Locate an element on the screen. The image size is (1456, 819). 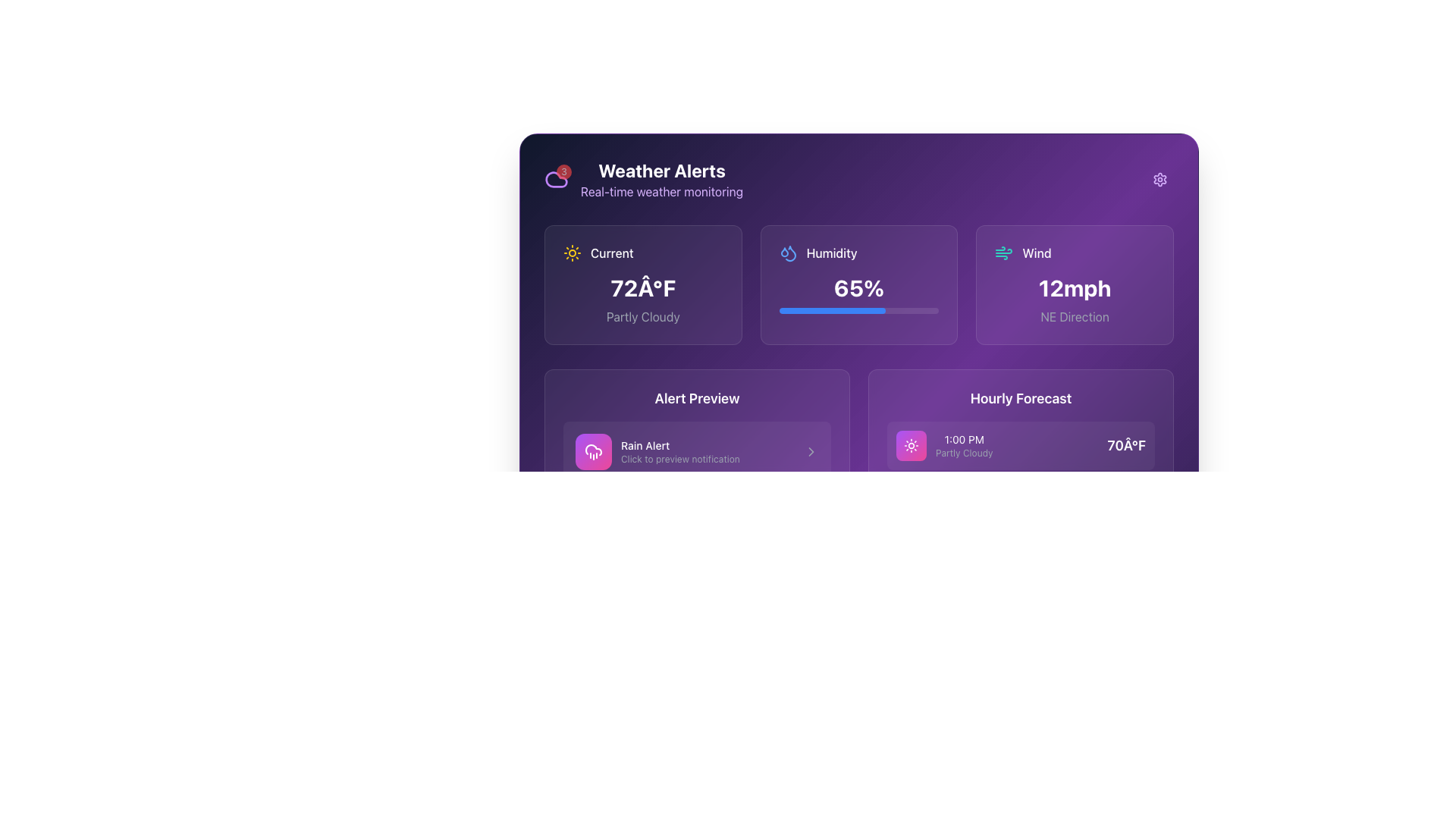
the temperature text '72°F' displayed in bold white font, which is centrally positioned in the 'Current' card with a dark background is located at coordinates (643, 288).